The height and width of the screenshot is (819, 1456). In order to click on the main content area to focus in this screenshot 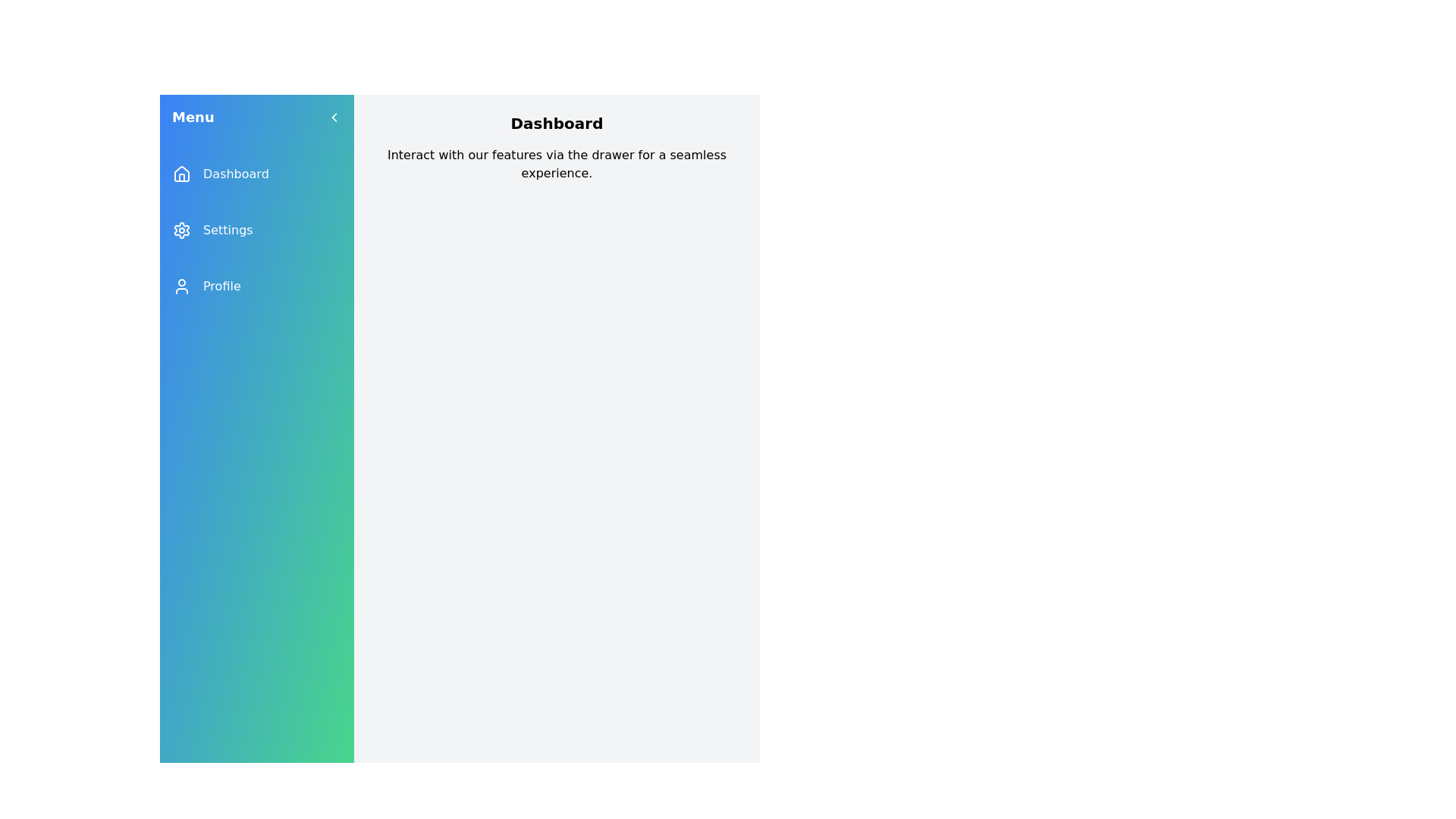, I will do `click(556, 504)`.